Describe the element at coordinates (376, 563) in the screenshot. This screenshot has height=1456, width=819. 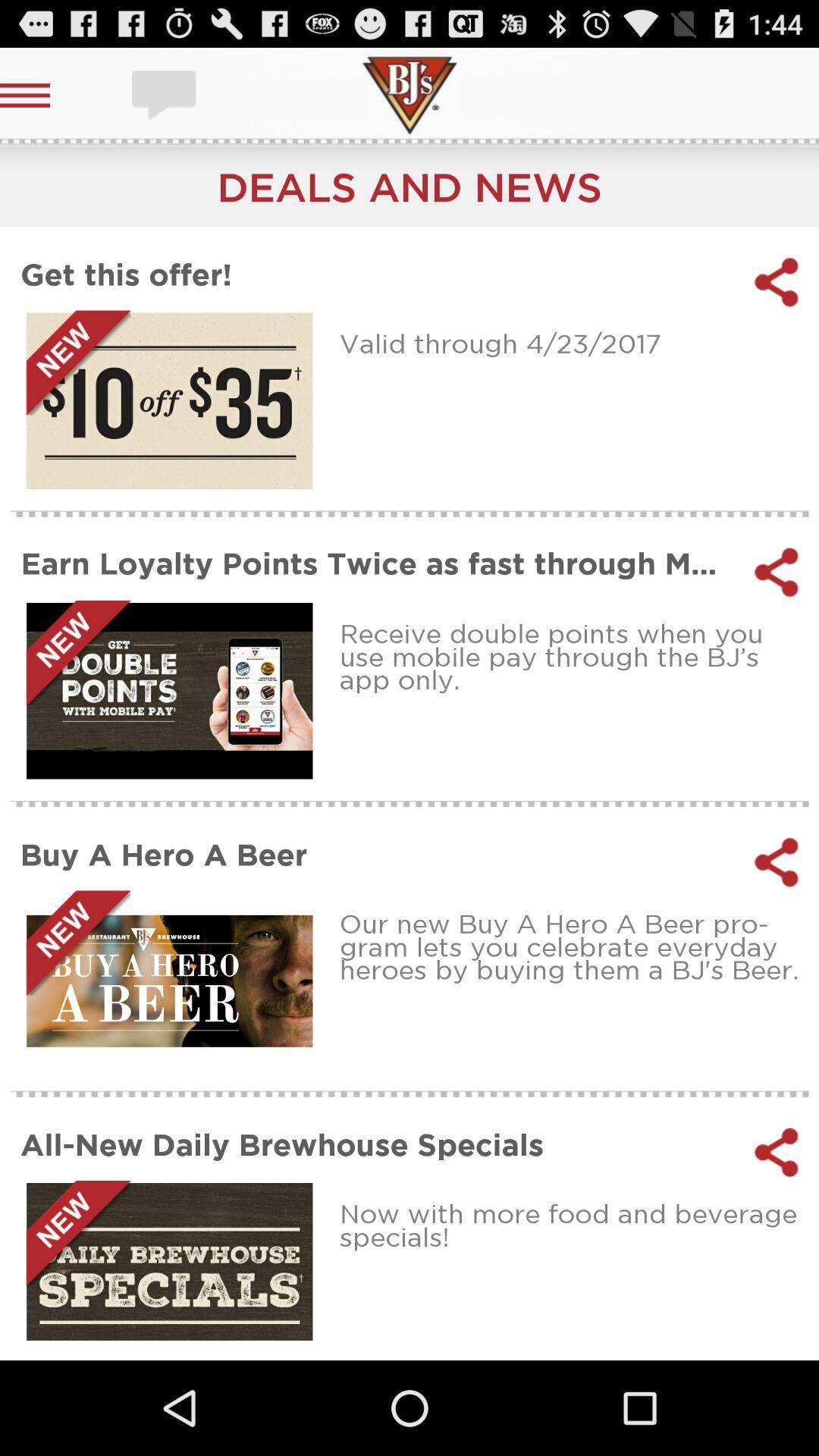
I see `the earn loyalty points` at that location.